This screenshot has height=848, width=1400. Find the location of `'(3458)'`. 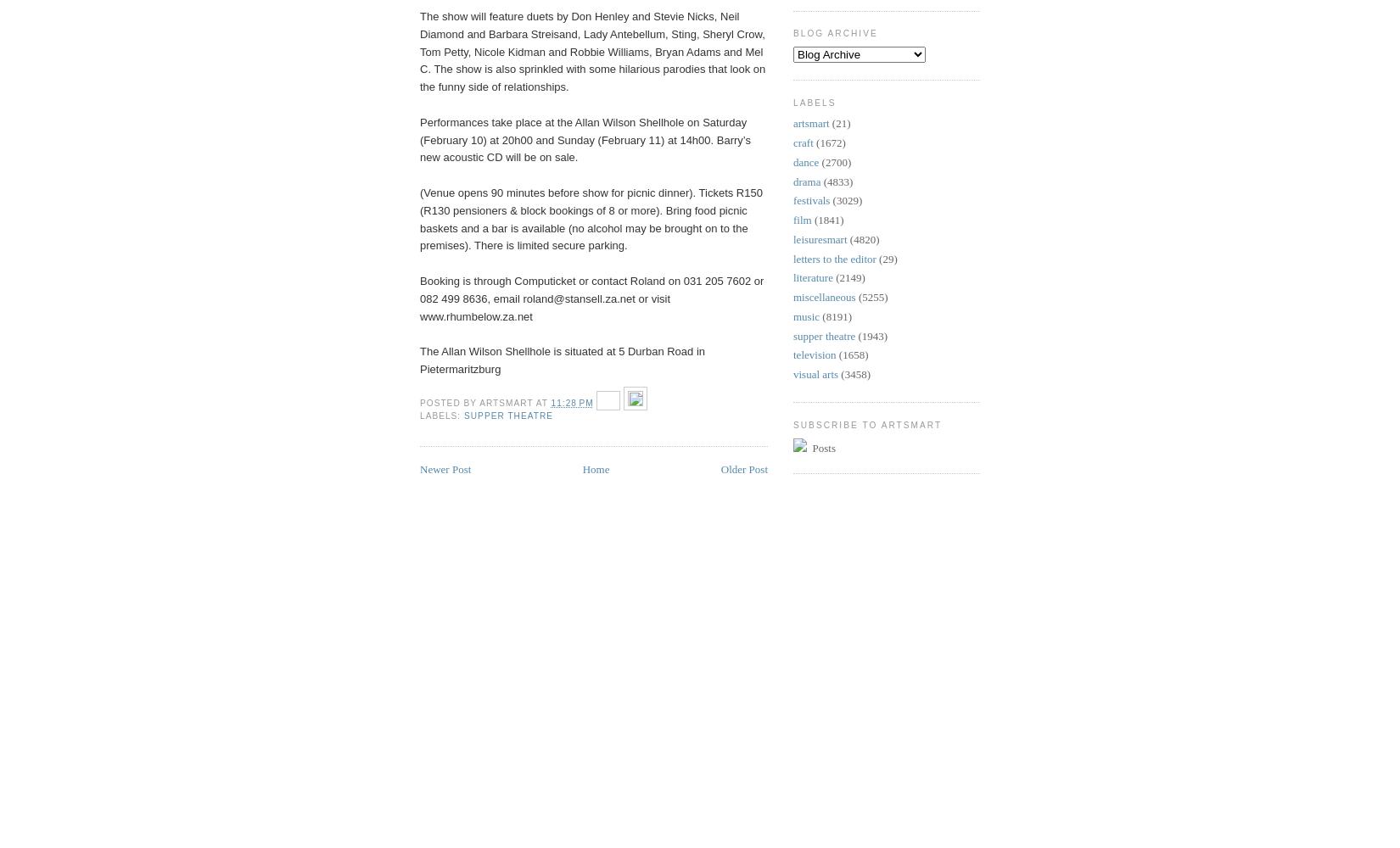

'(3458)' is located at coordinates (840, 373).